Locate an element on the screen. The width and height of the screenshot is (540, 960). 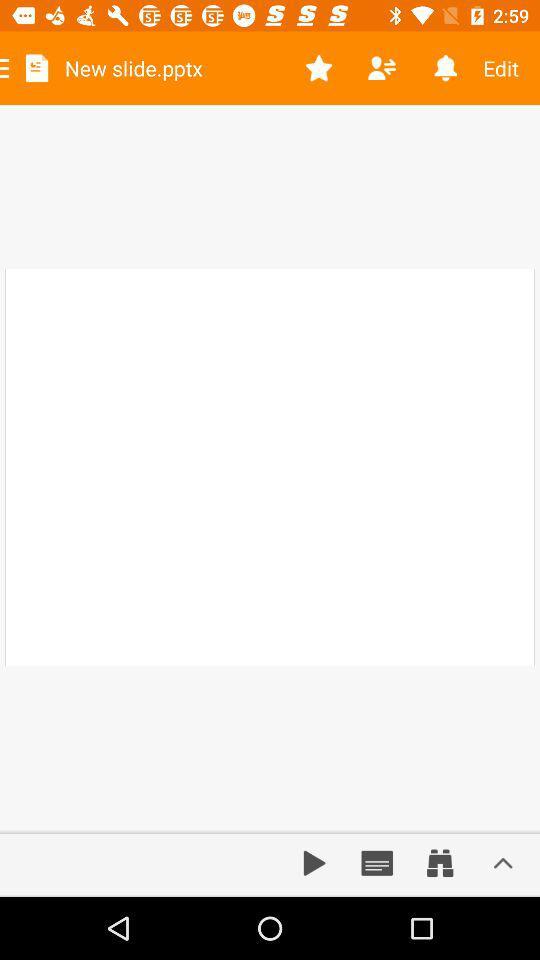
check calendar is located at coordinates (377, 862).